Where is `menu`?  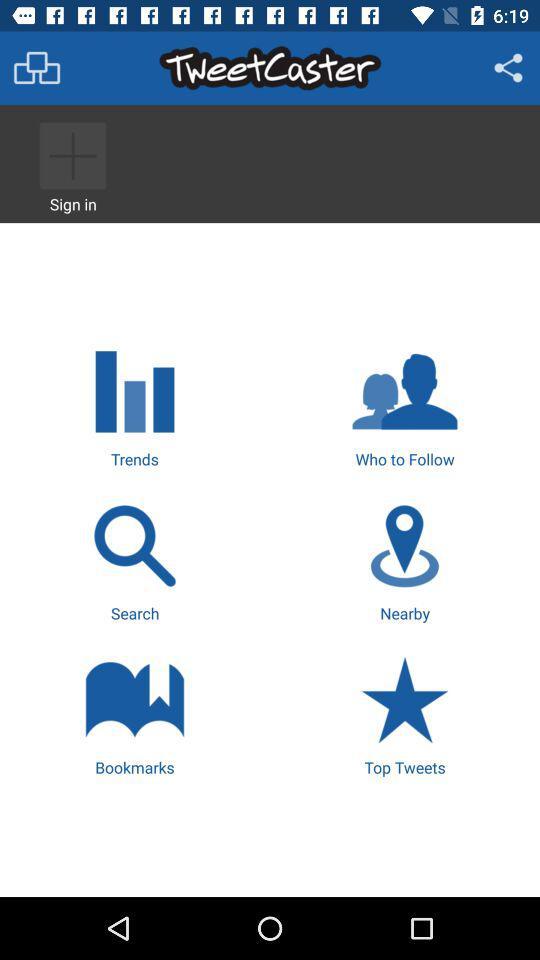
menu is located at coordinates (36, 68).